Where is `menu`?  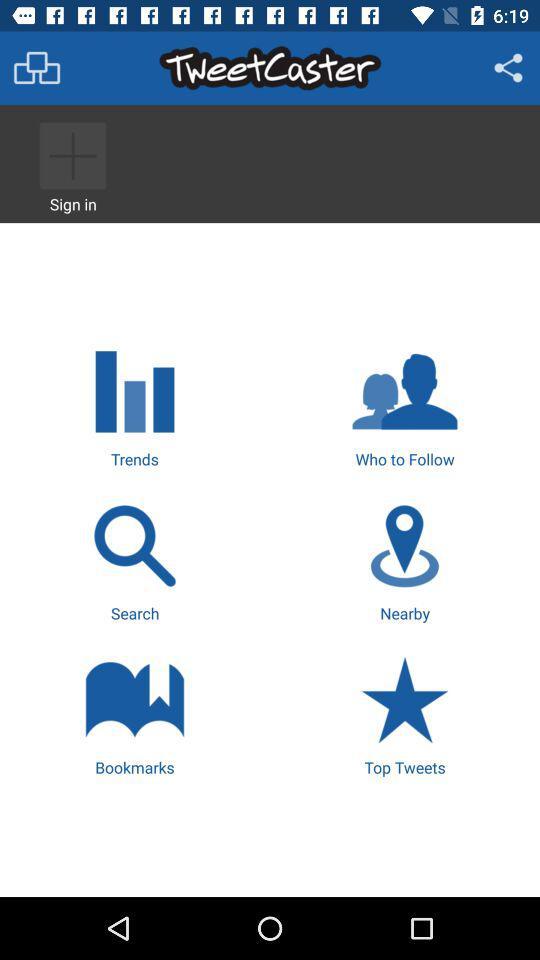
menu is located at coordinates (36, 68).